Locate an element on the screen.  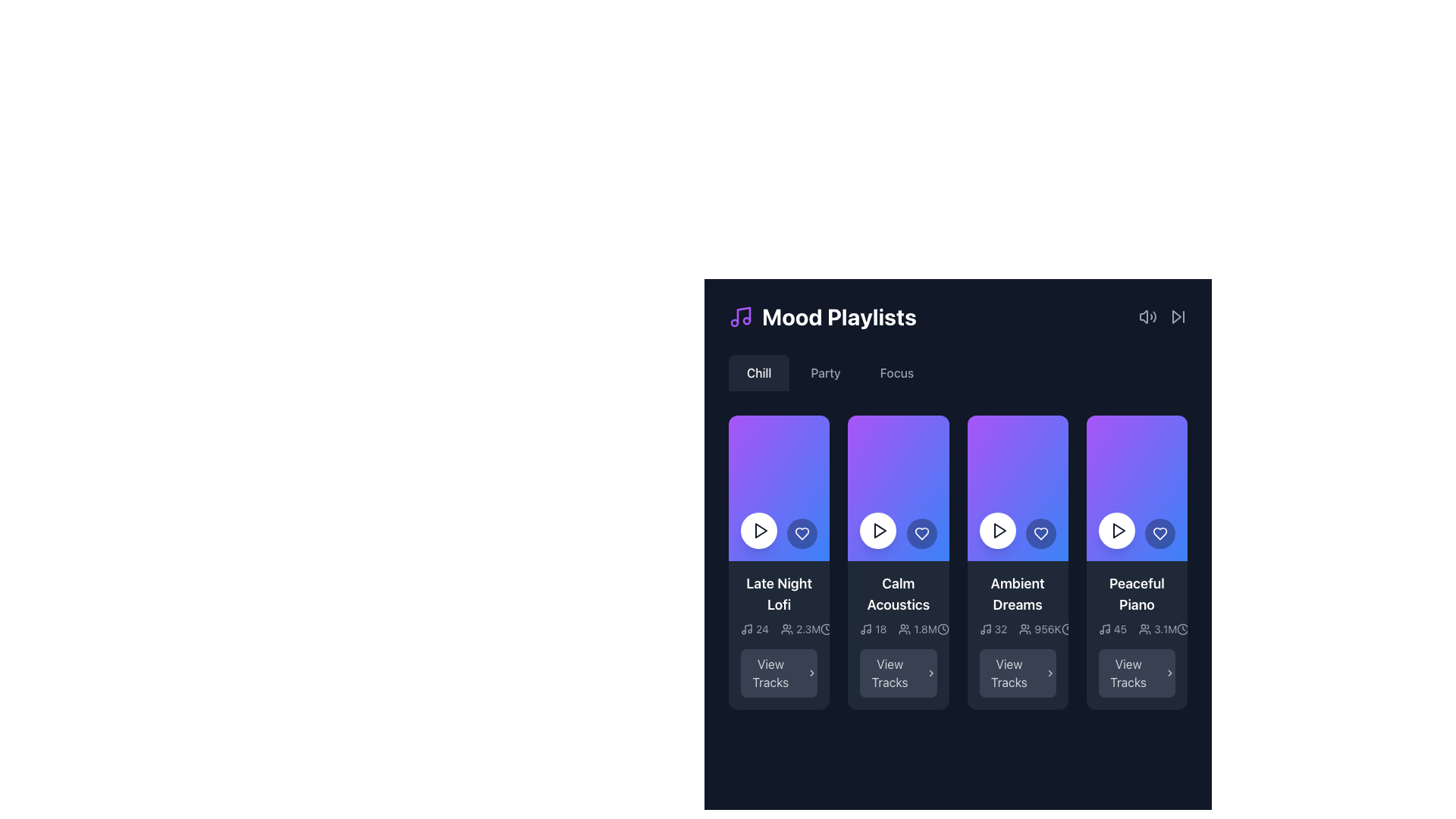
the icon-text pair component displaying the popularity or user count for the 'Ambient Dreams' playlist, located below its title and next to another icon-text pair in the third card of the playlist section is located at coordinates (1018, 629).